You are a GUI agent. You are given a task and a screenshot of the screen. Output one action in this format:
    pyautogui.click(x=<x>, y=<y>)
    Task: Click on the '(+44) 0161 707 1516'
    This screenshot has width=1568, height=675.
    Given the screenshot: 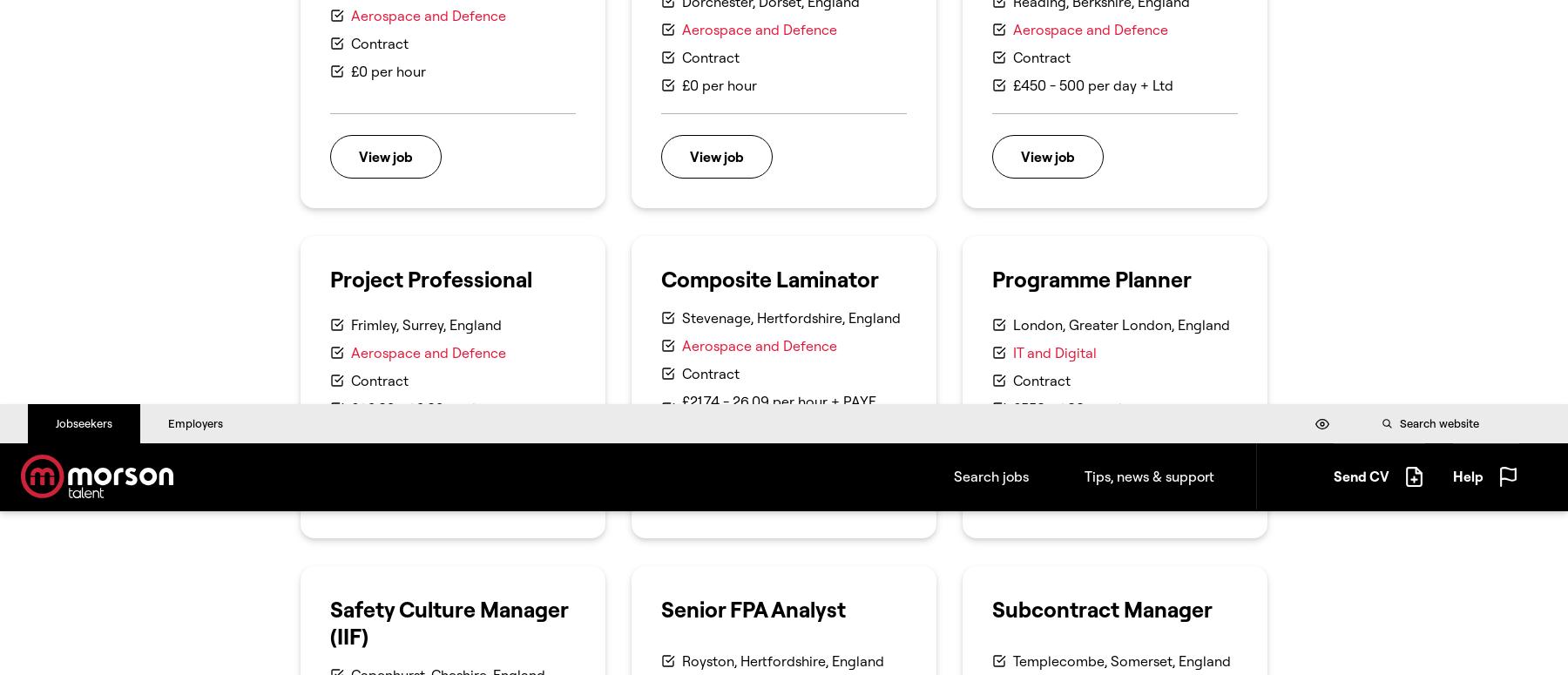 What is the action you would take?
    pyautogui.click(x=392, y=37)
    